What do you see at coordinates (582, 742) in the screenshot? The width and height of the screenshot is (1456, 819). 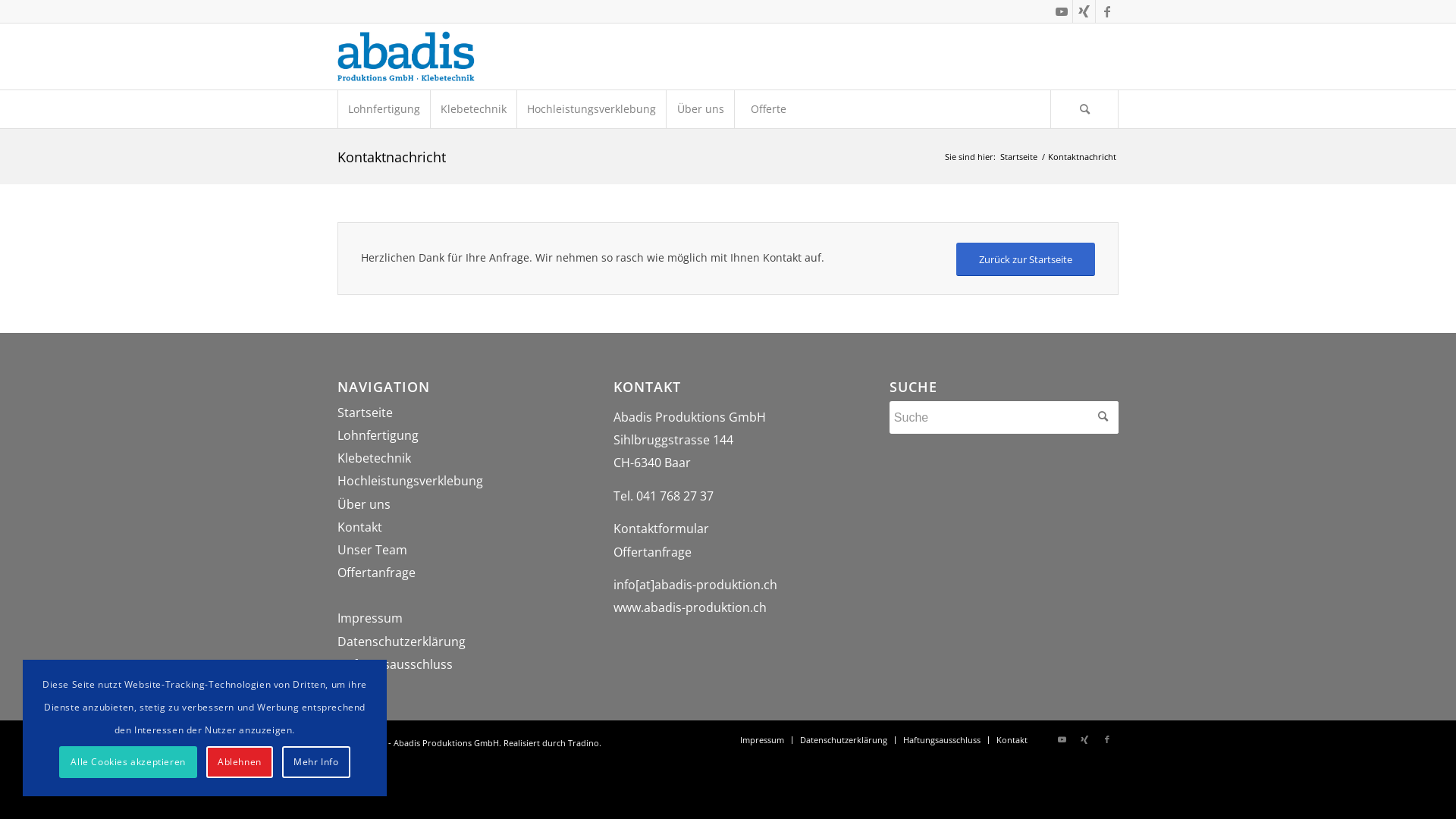 I see `'Tradino'` at bounding box center [582, 742].